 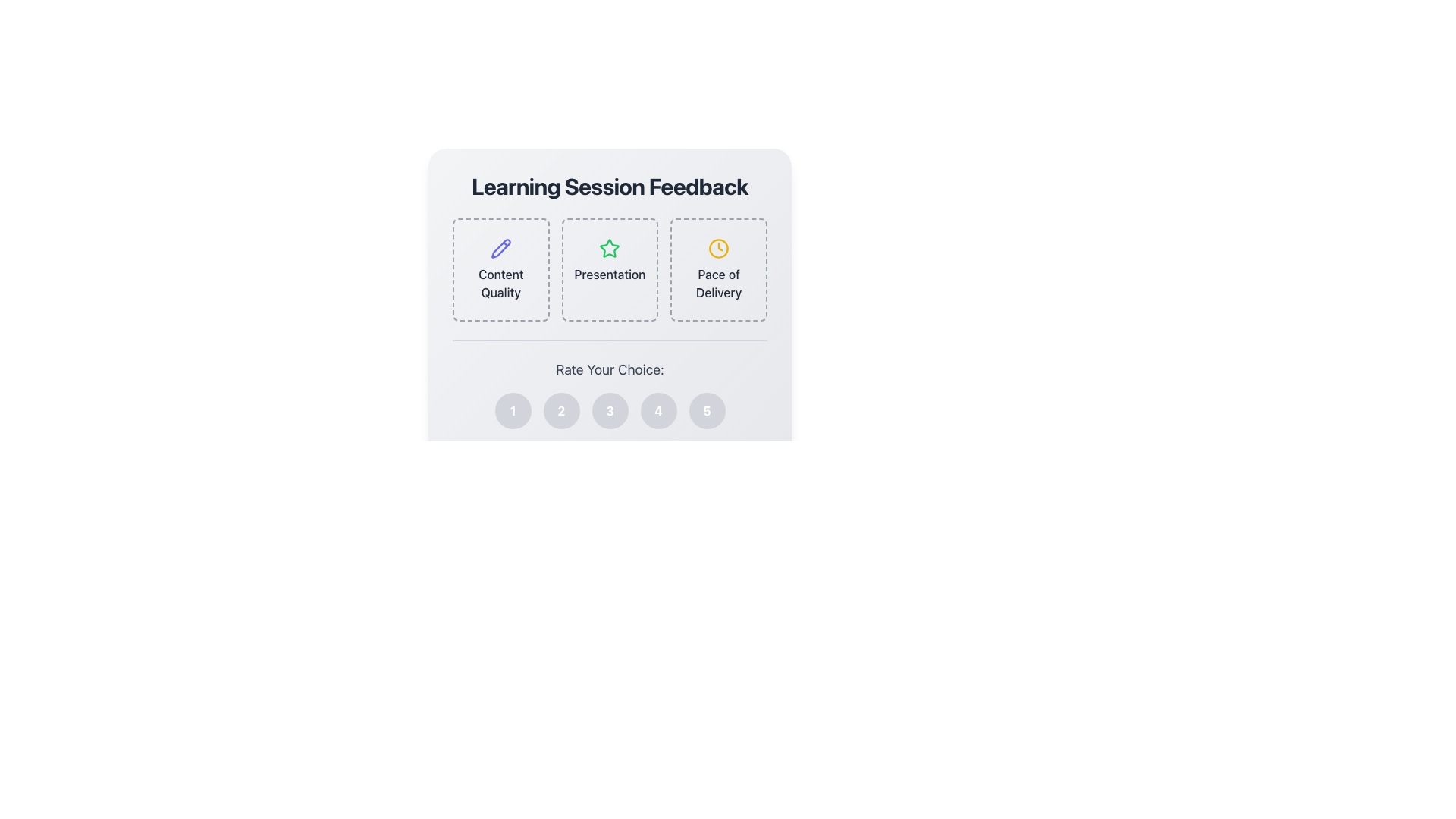 I want to click on the third radio button labeled '3' in the feedback interface, so click(x=610, y=411).